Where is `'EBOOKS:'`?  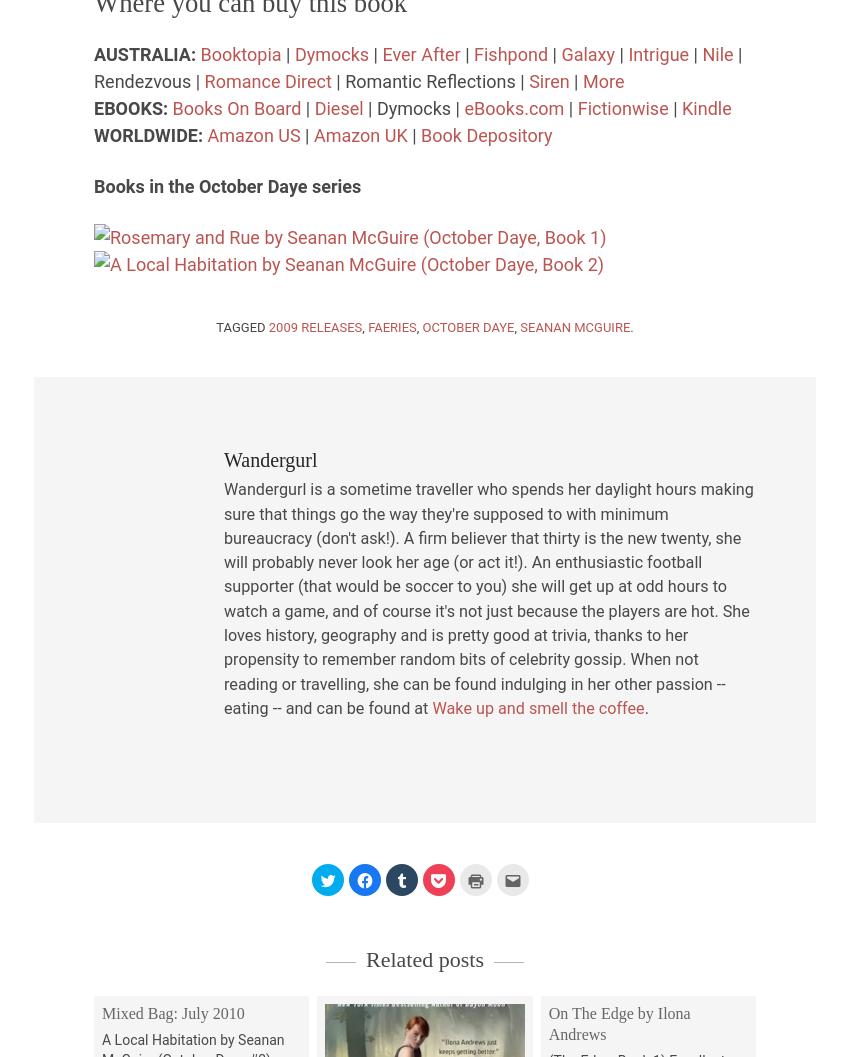 'EBOOKS:' is located at coordinates (130, 106).